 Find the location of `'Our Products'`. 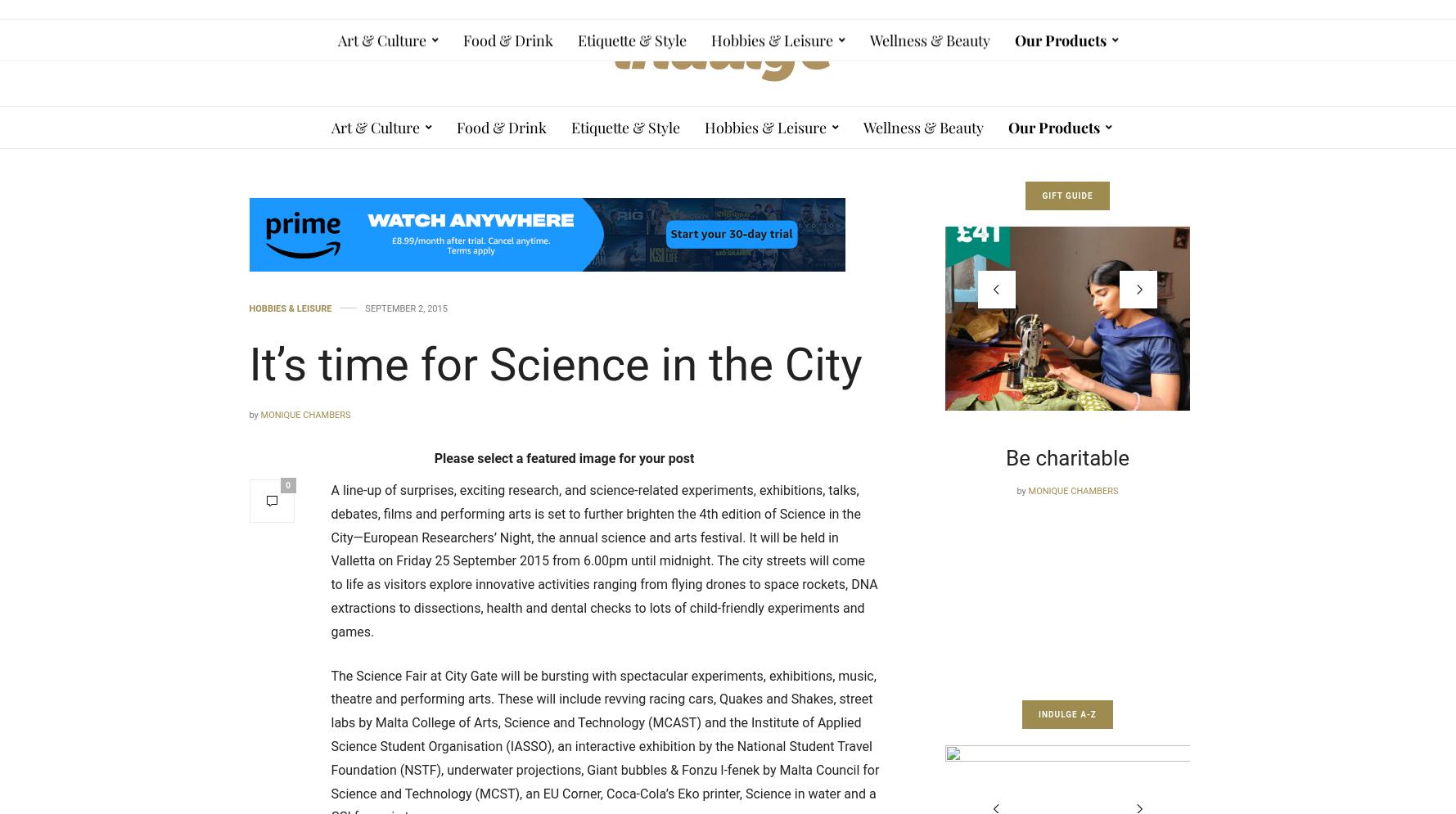

'Our Products' is located at coordinates (1053, 128).